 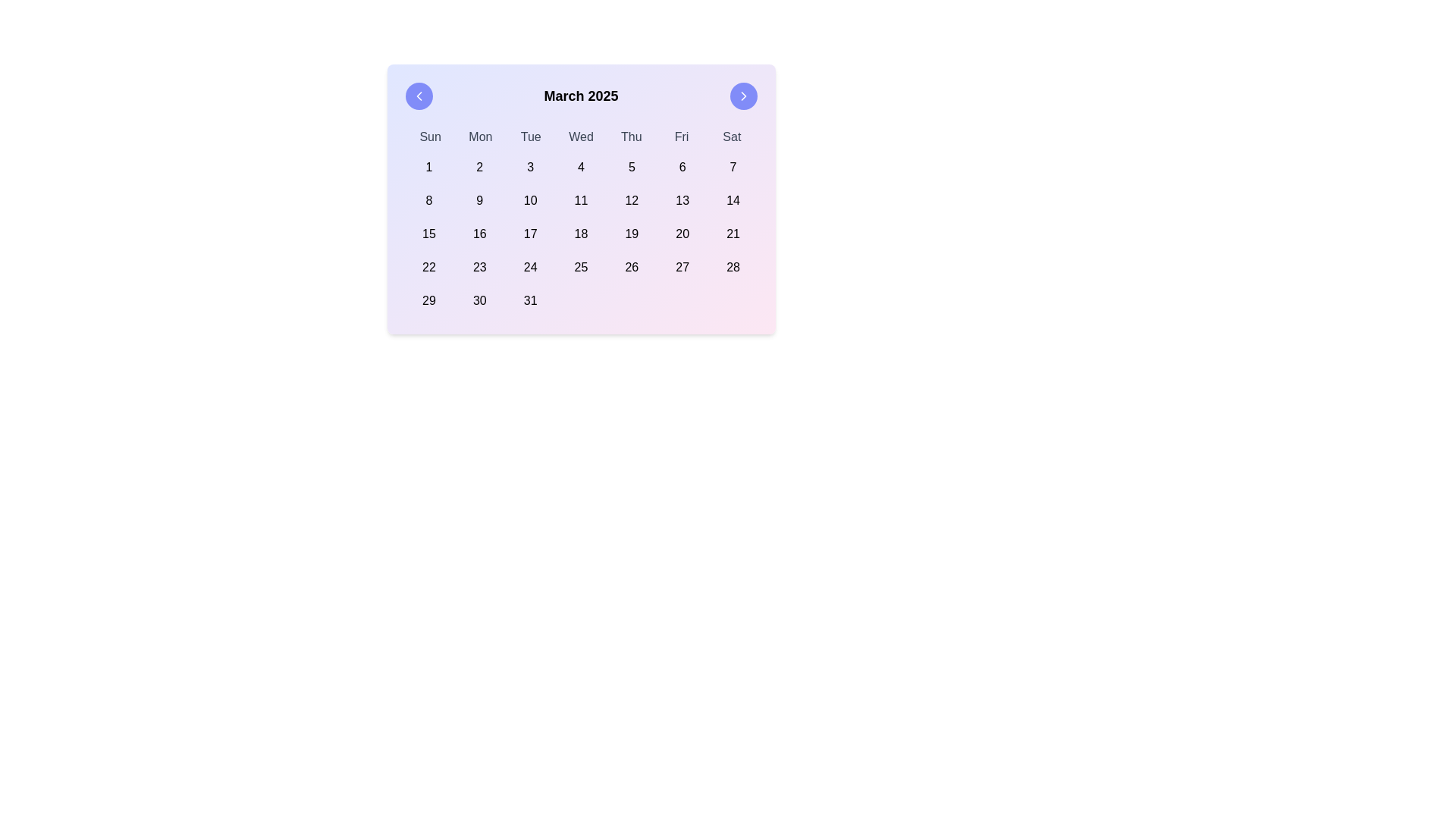 I want to click on the circular button with an indigo background and a white chevron icon, located just left of the text 'March 2025', so click(x=419, y=96).